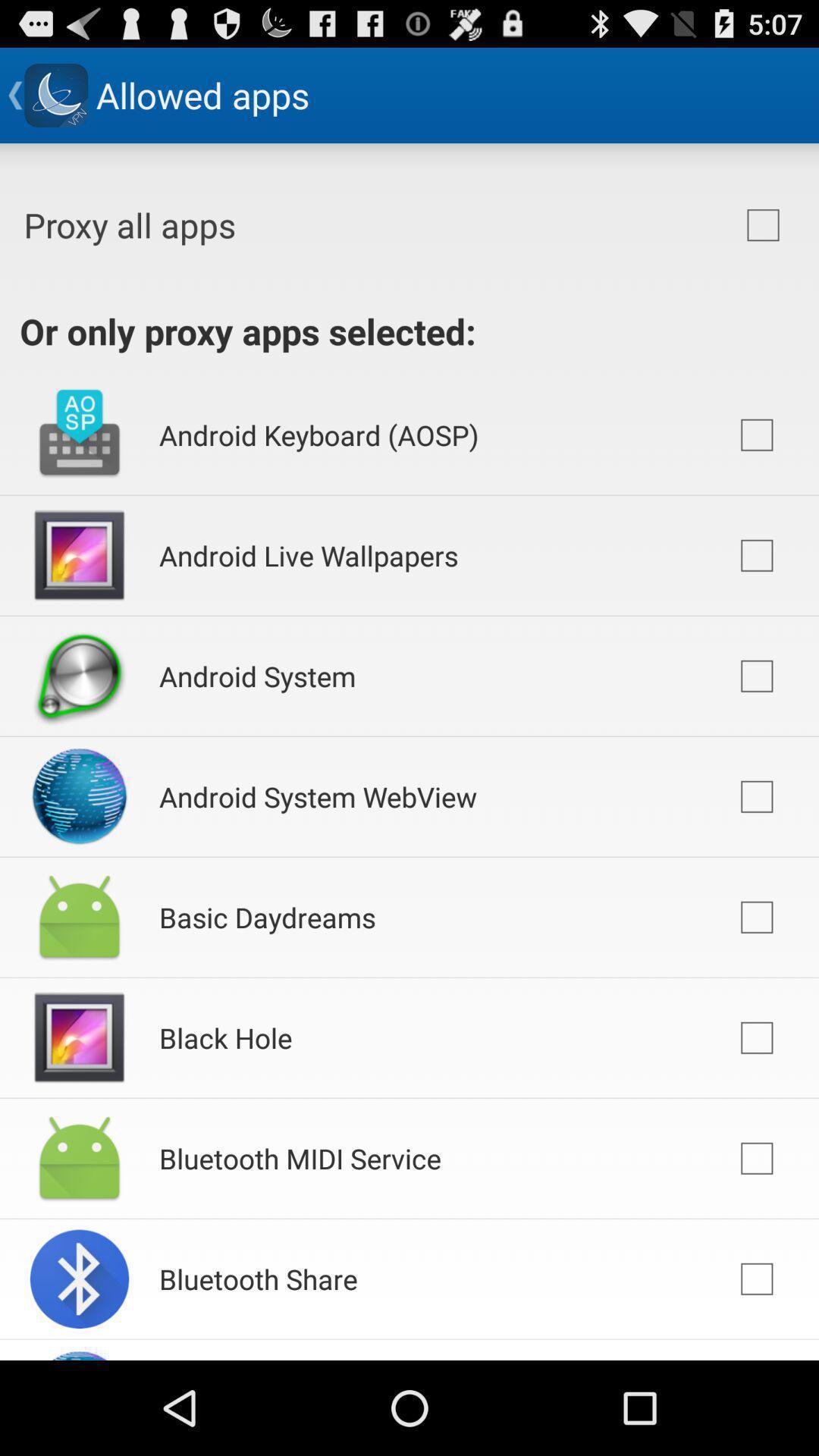 The image size is (819, 1456). Describe the element at coordinates (308, 554) in the screenshot. I see `icon above android system icon` at that location.